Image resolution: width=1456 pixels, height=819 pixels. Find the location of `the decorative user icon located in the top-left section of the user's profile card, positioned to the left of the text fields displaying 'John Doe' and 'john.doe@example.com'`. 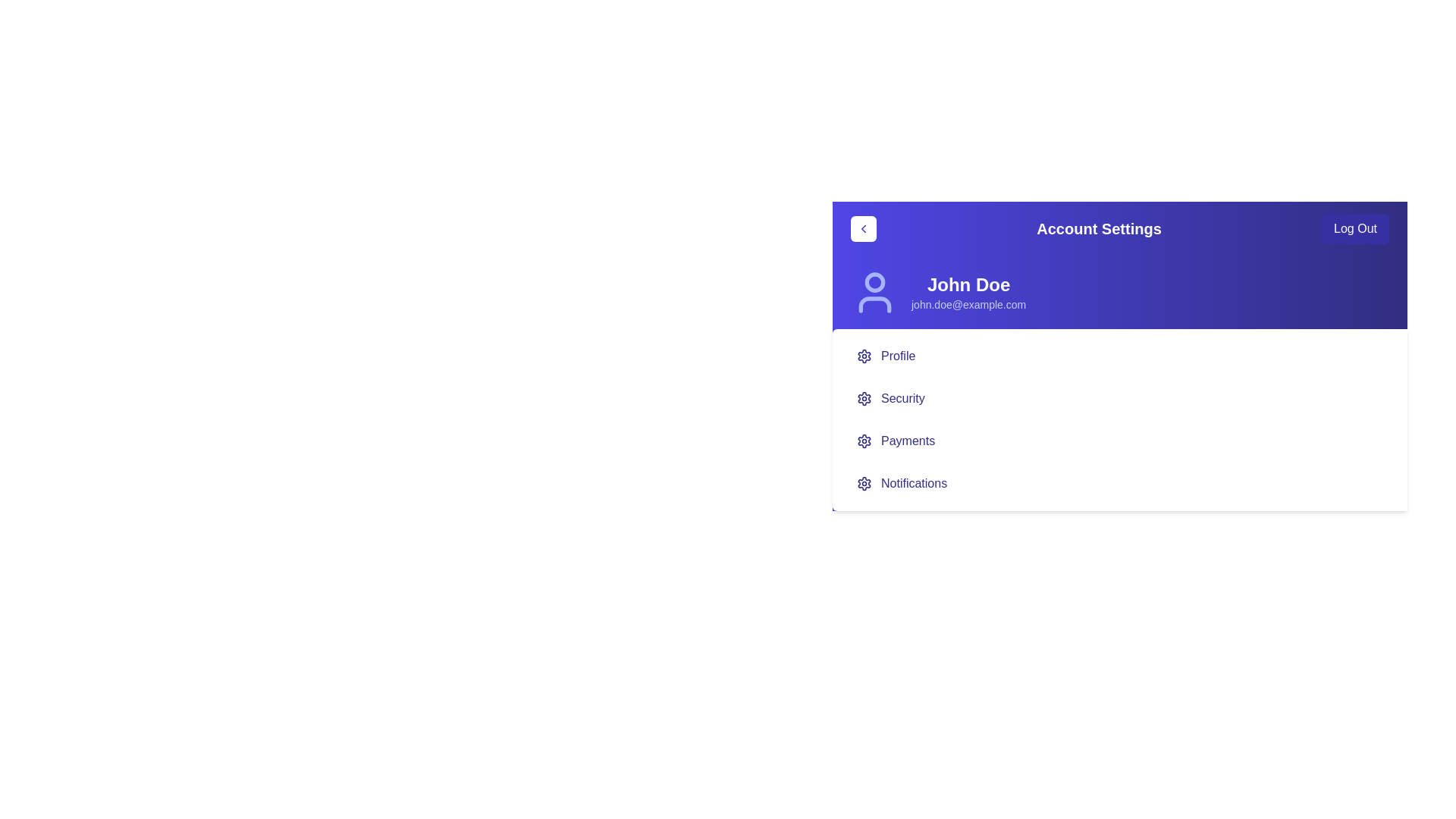

the decorative user icon located in the top-left section of the user's profile card, positioned to the left of the text fields displaying 'John Doe' and 'john.doe@example.com' is located at coordinates (874, 292).